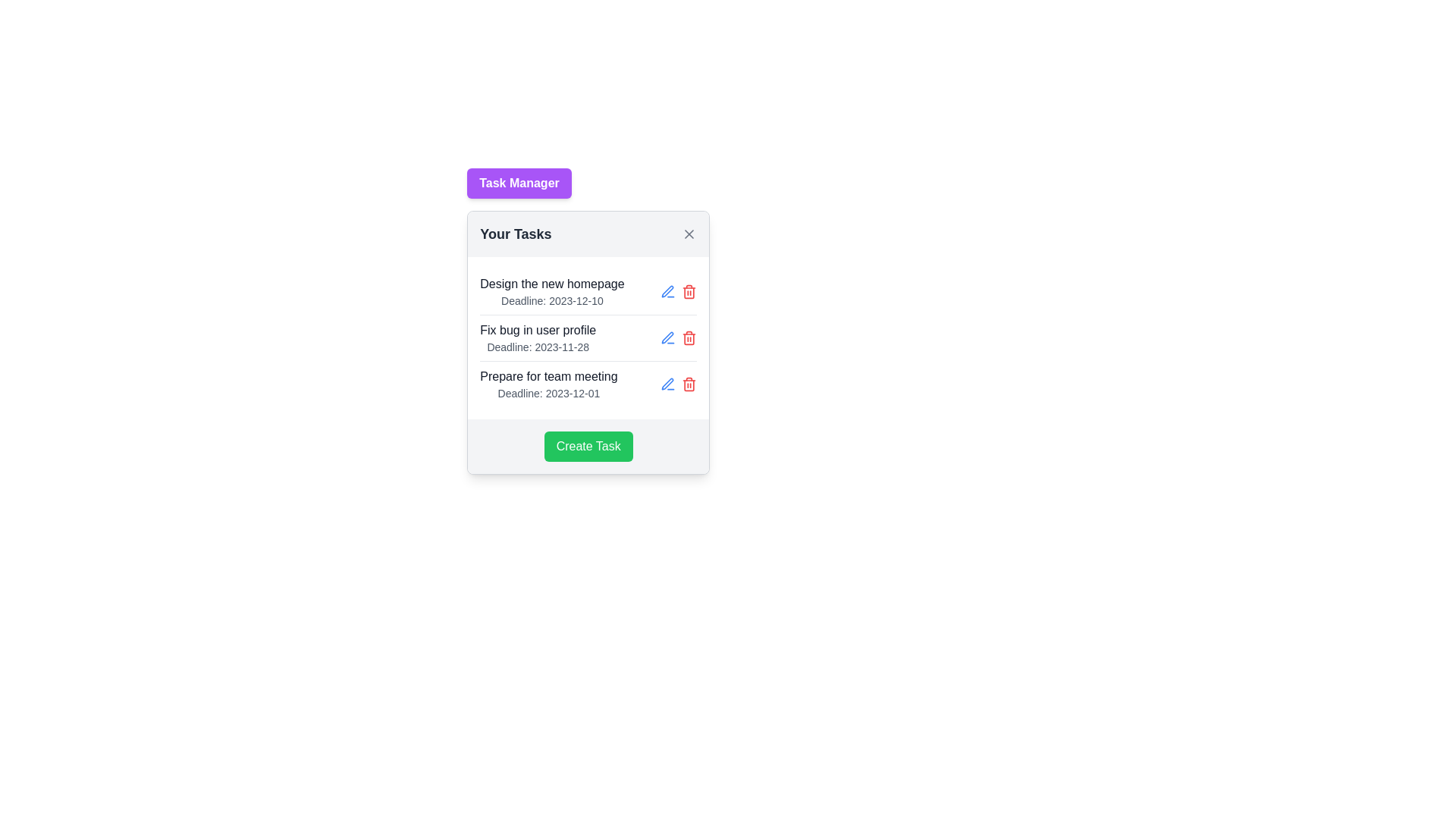 This screenshot has height=819, width=1456. What do you see at coordinates (538, 337) in the screenshot?
I see `the Label/Text Block that displays task information, located in the middle task row of the task list under the 'Your Tasks' heading` at bounding box center [538, 337].